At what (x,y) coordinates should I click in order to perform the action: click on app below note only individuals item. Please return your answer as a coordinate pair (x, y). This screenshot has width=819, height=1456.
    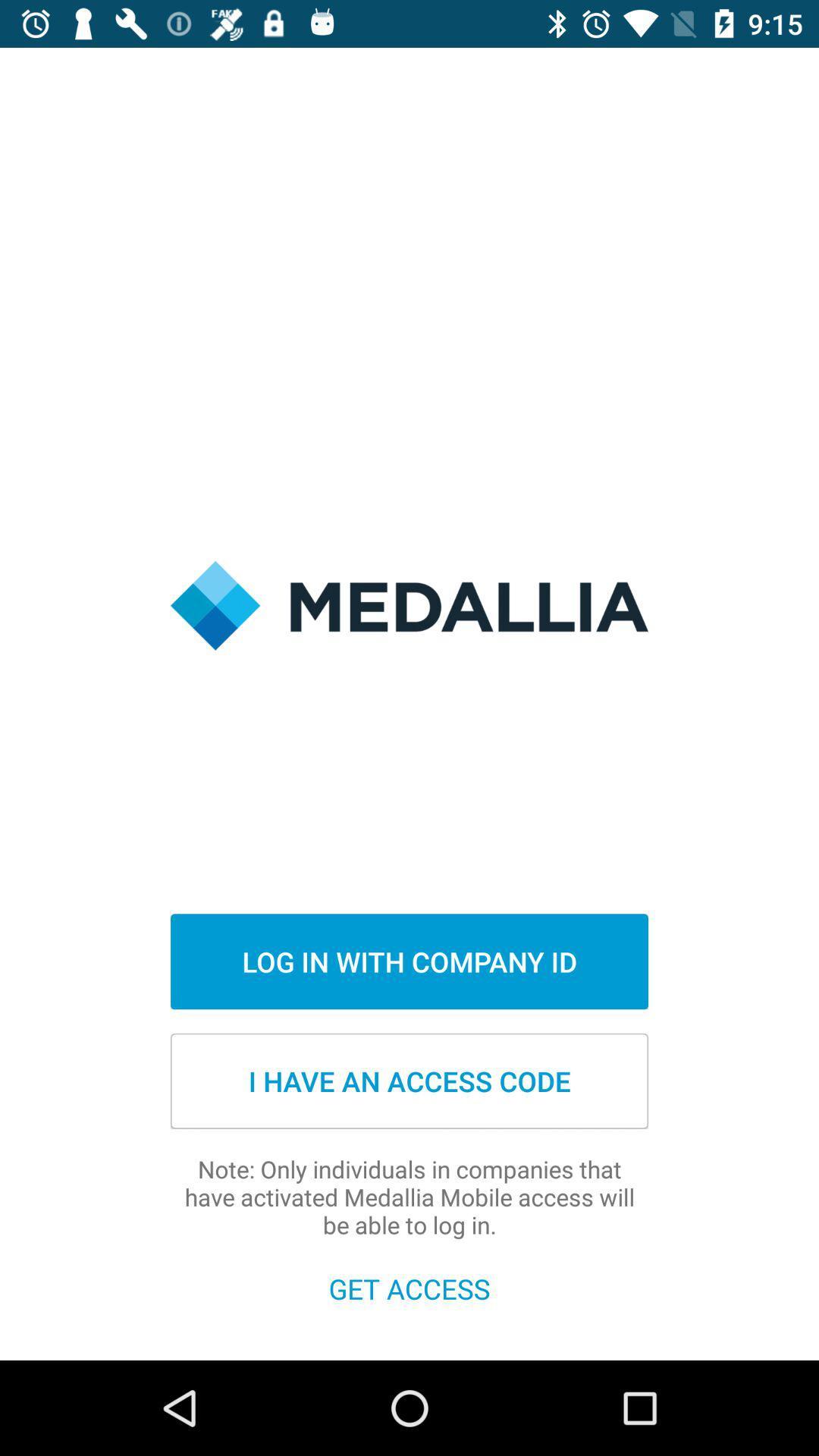
    Looking at the image, I should click on (409, 1288).